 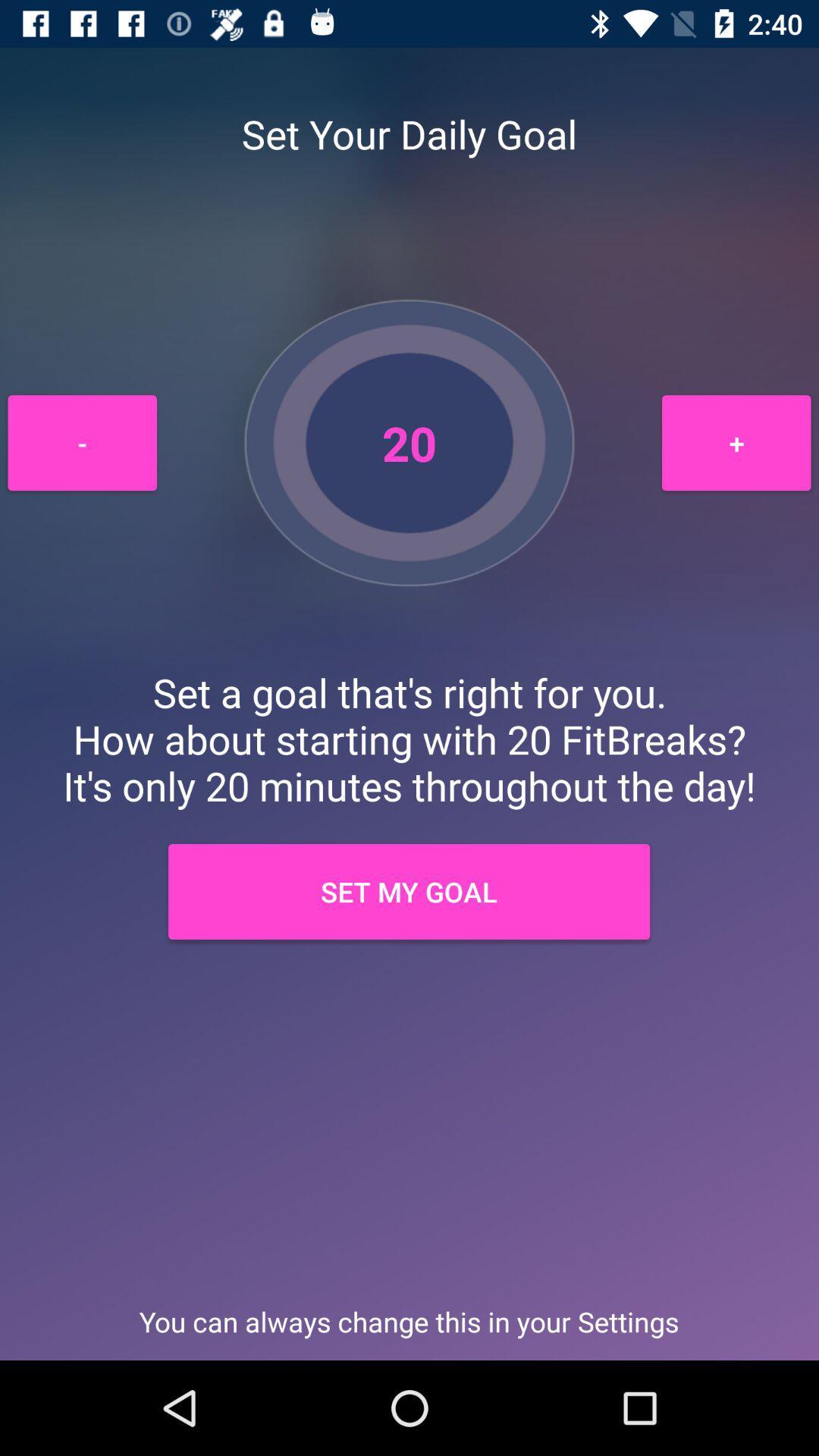 What do you see at coordinates (82, 442) in the screenshot?
I see `the - item` at bounding box center [82, 442].